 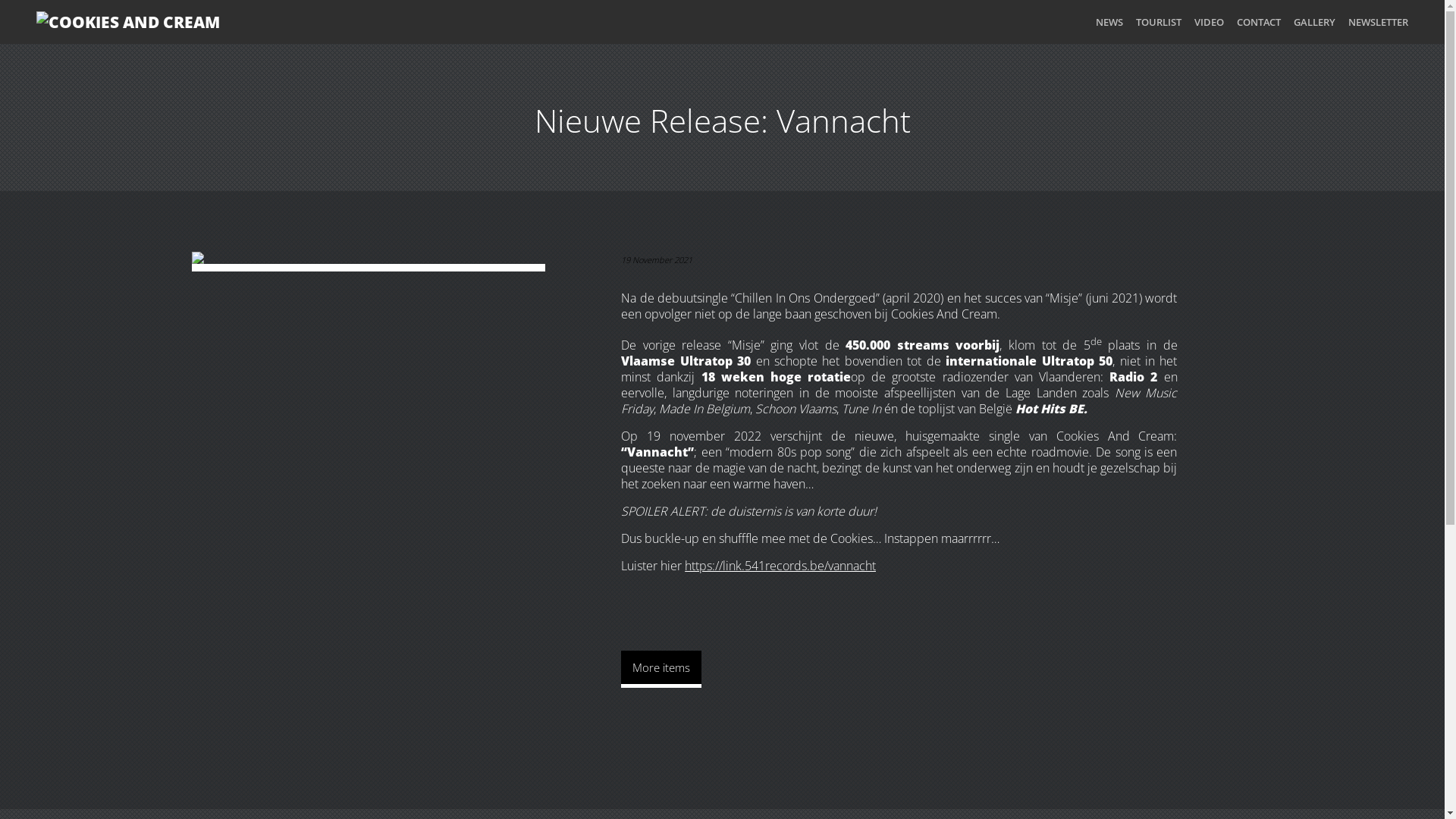 What do you see at coordinates (1292, 22) in the screenshot?
I see `'GALLERY'` at bounding box center [1292, 22].